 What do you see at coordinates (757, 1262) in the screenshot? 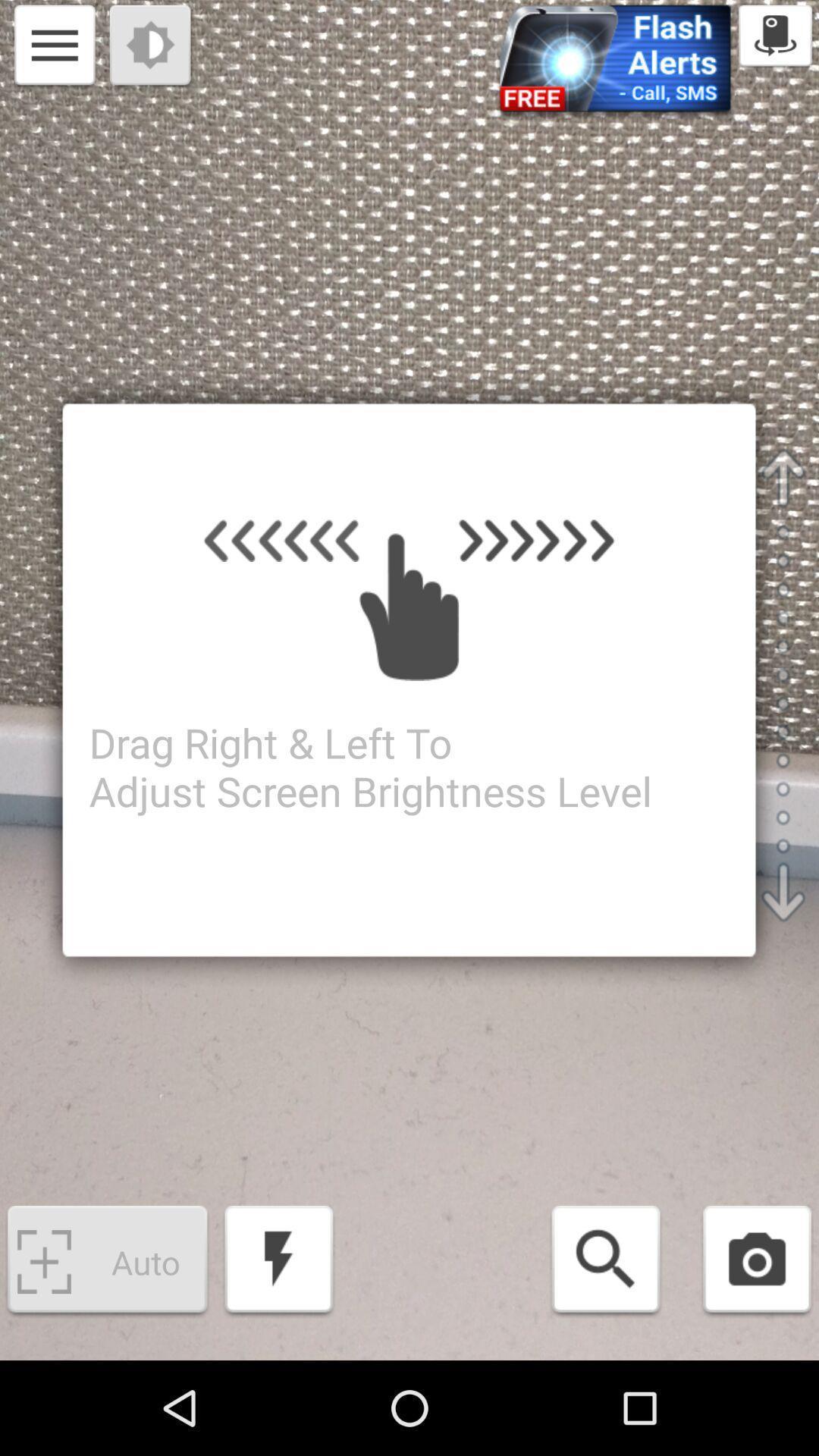
I see `open camera` at bounding box center [757, 1262].